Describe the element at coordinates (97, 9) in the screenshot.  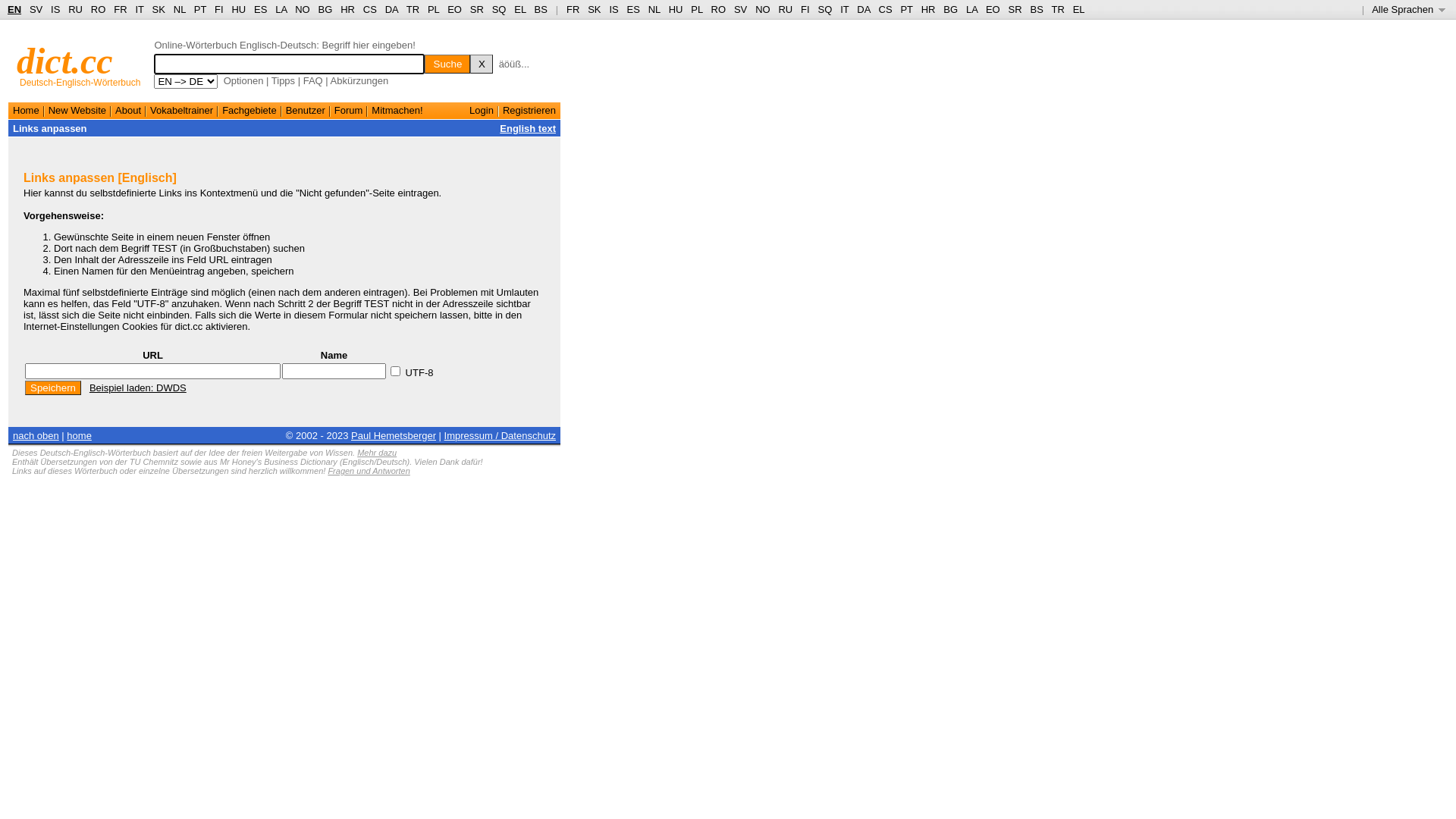
I see `'RO'` at that location.